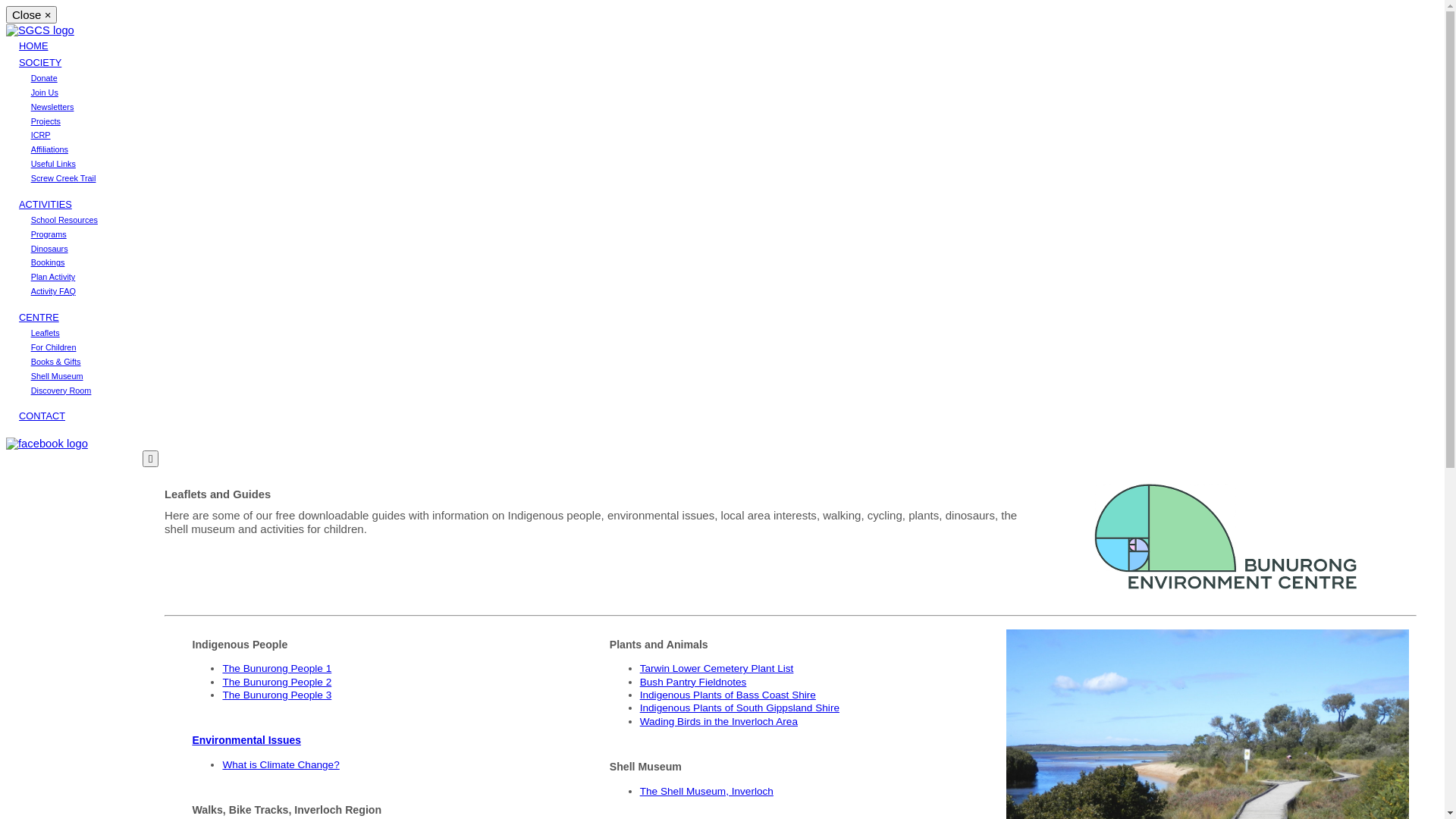 The width and height of the screenshot is (1456, 819). Describe the element at coordinates (61, 390) in the screenshot. I see `'Discovery Room'` at that location.